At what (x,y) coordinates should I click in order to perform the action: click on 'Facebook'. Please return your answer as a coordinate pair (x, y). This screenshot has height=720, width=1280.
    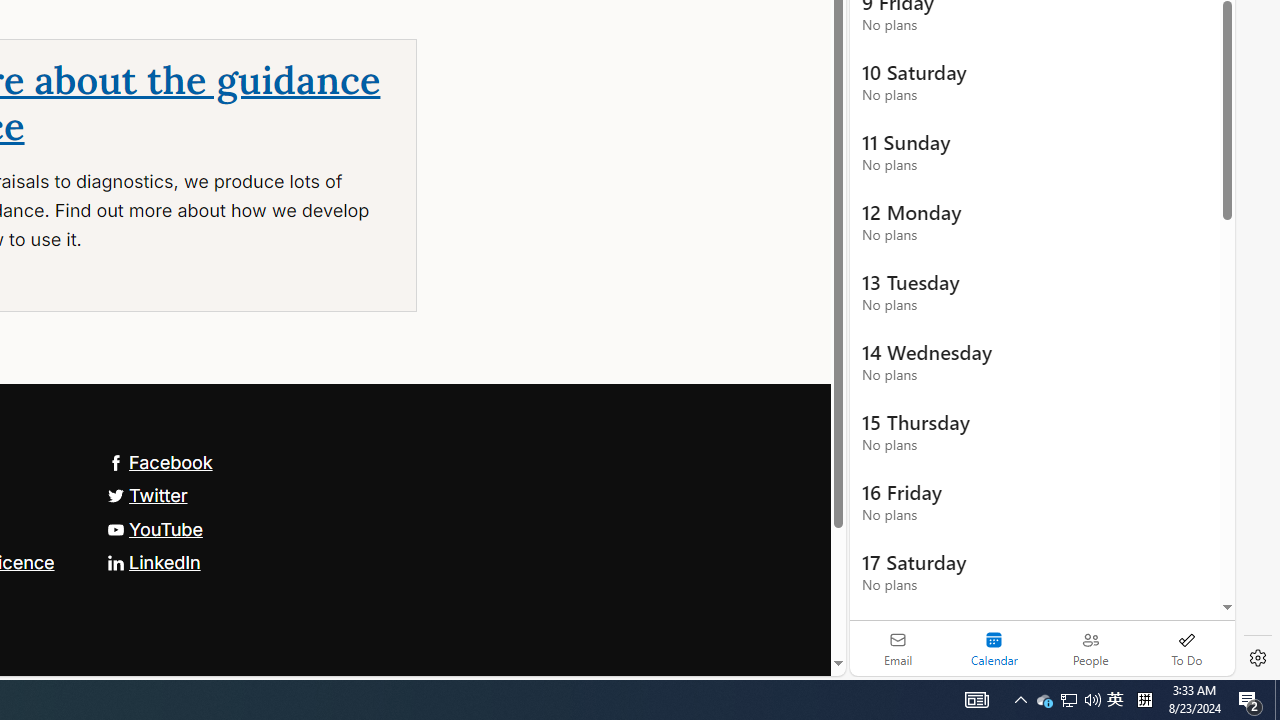
    Looking at the image, I should click on (158, 461).